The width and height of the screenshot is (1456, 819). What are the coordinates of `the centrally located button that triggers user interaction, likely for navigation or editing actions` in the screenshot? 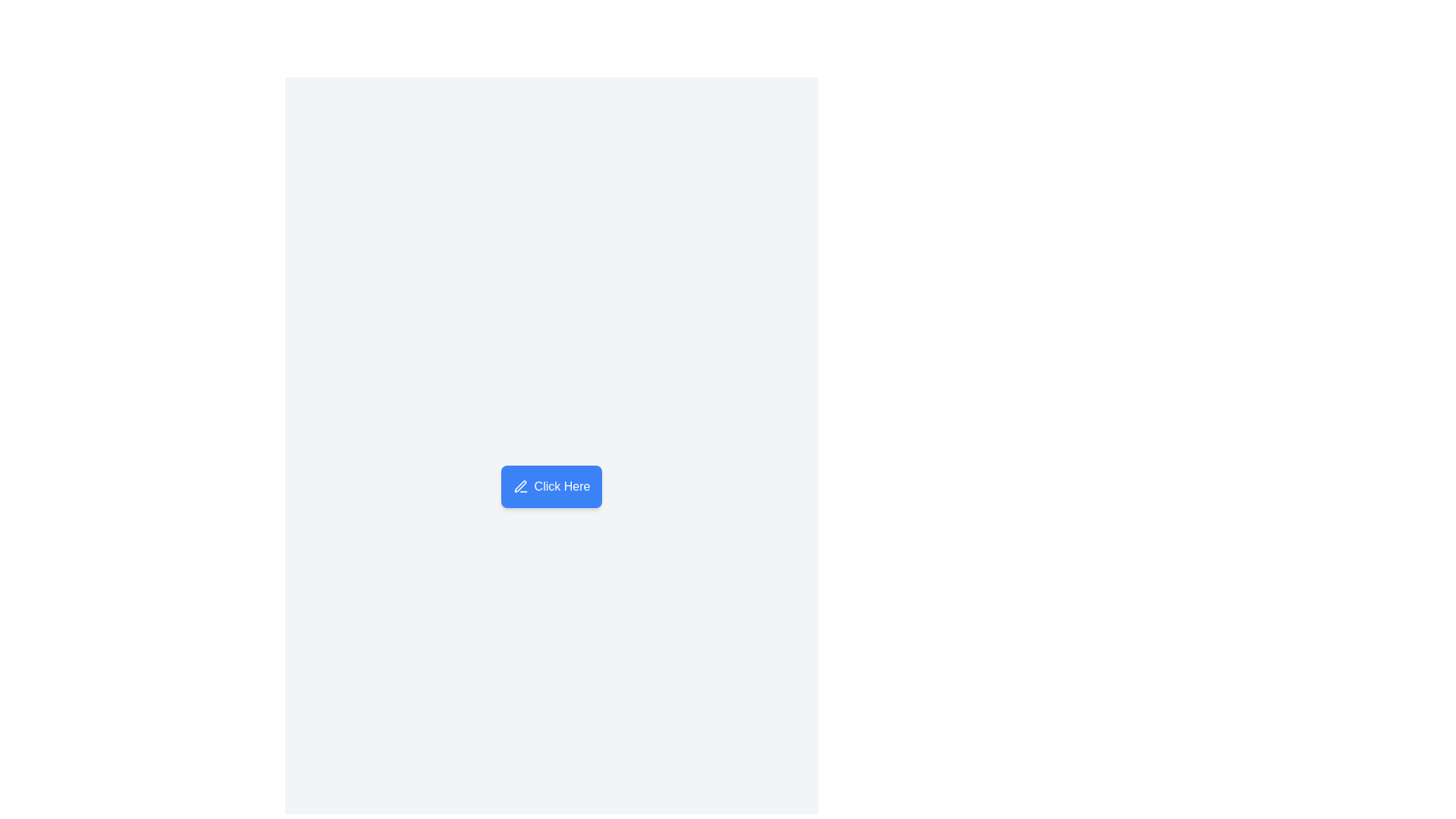 It's located at (550, 486).